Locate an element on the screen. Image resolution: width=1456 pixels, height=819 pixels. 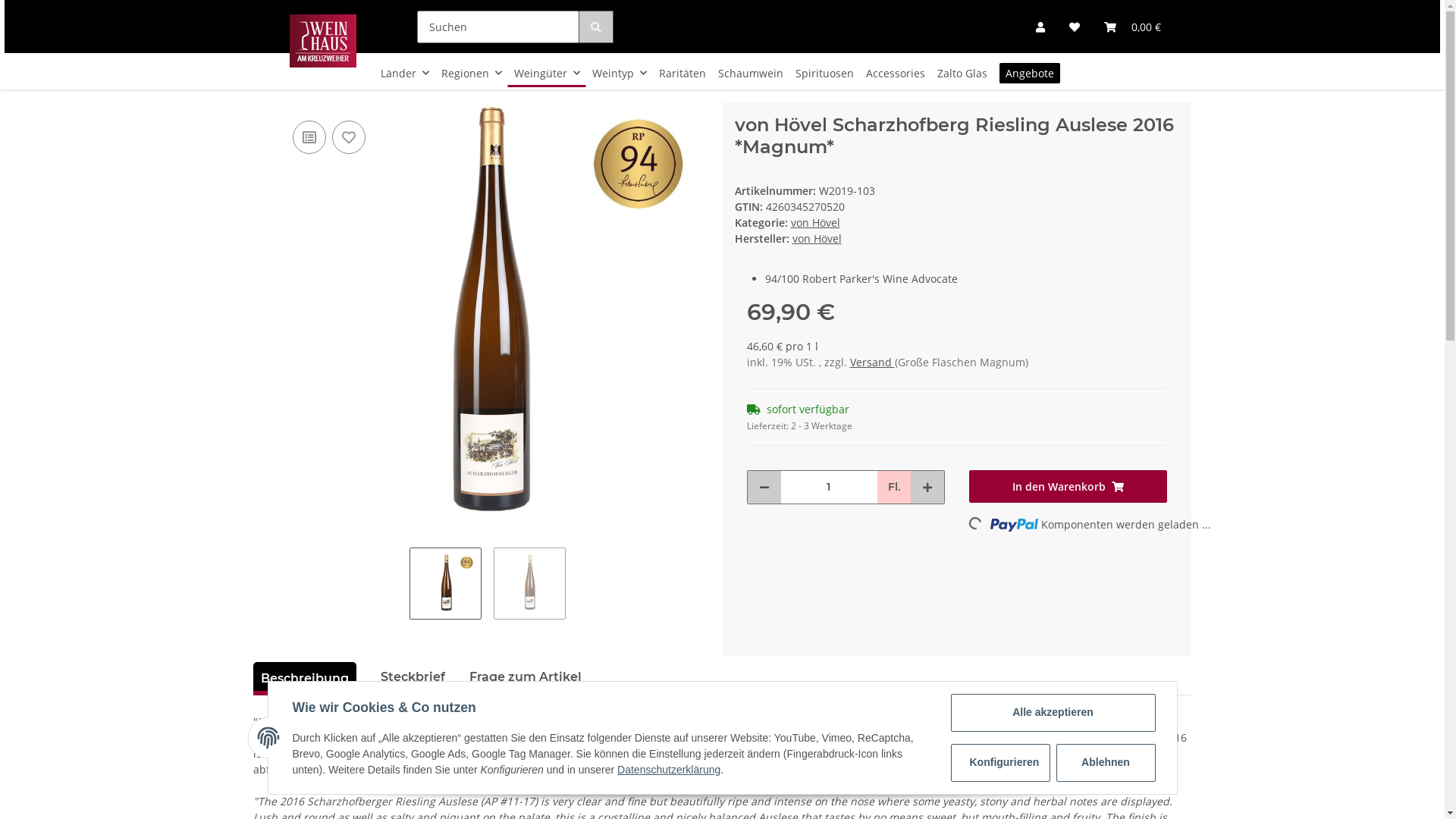
'Zalto Glas' is located at coordinates (961, 73).